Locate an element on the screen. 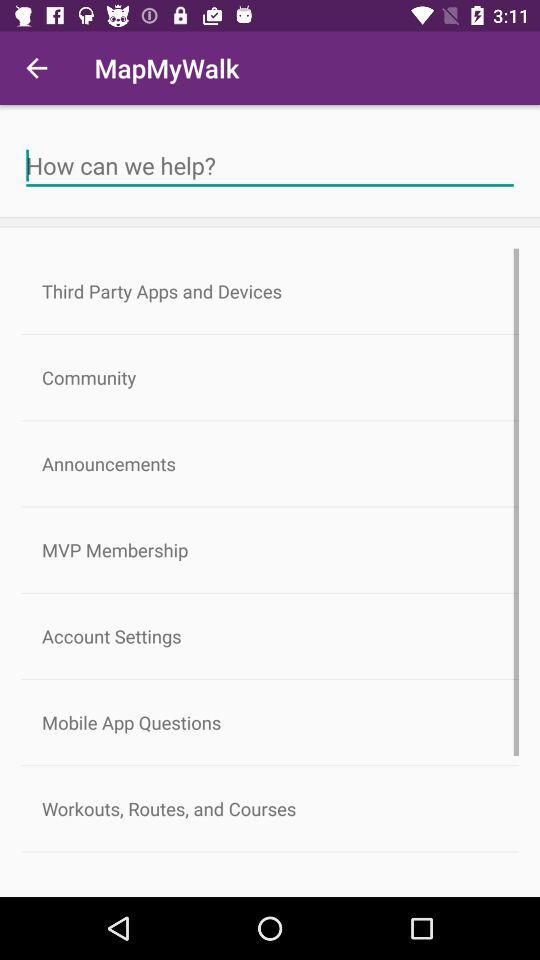 The image size is (540, 960). the mobile app questions icon is located at coordinates (270, 721).